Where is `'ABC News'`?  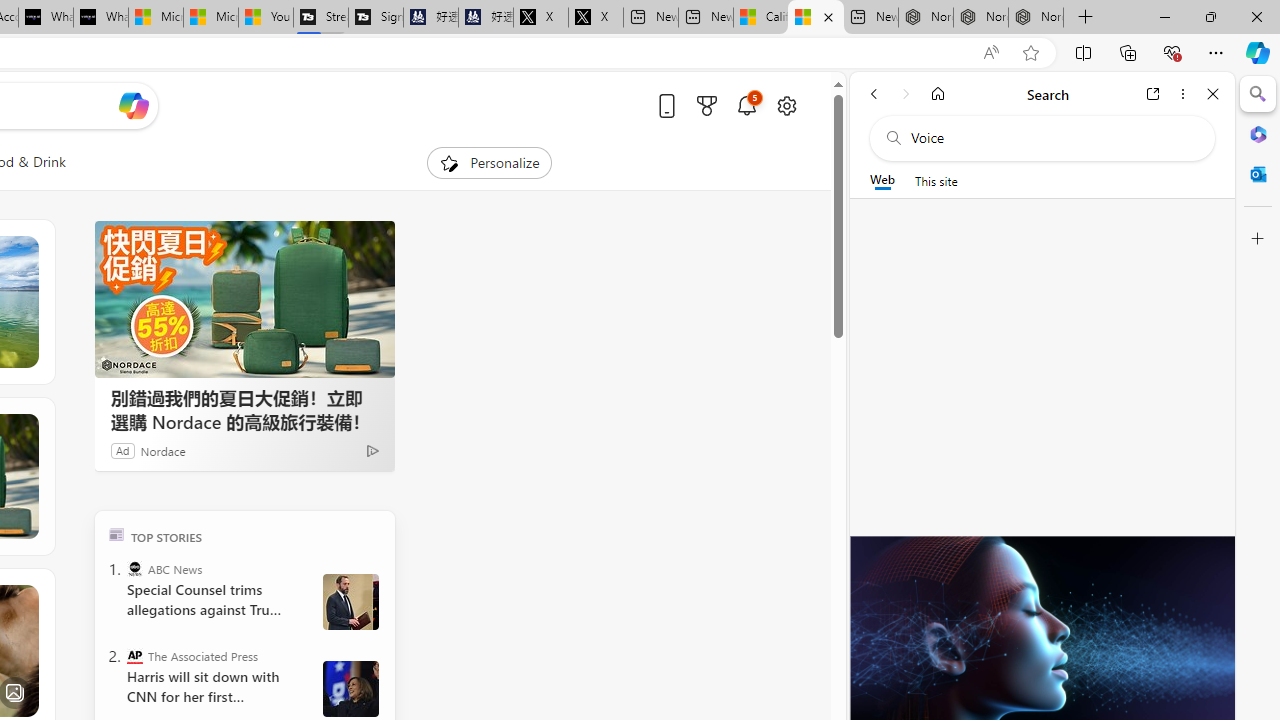
'ABC News' is located at coordinates (134, 568).